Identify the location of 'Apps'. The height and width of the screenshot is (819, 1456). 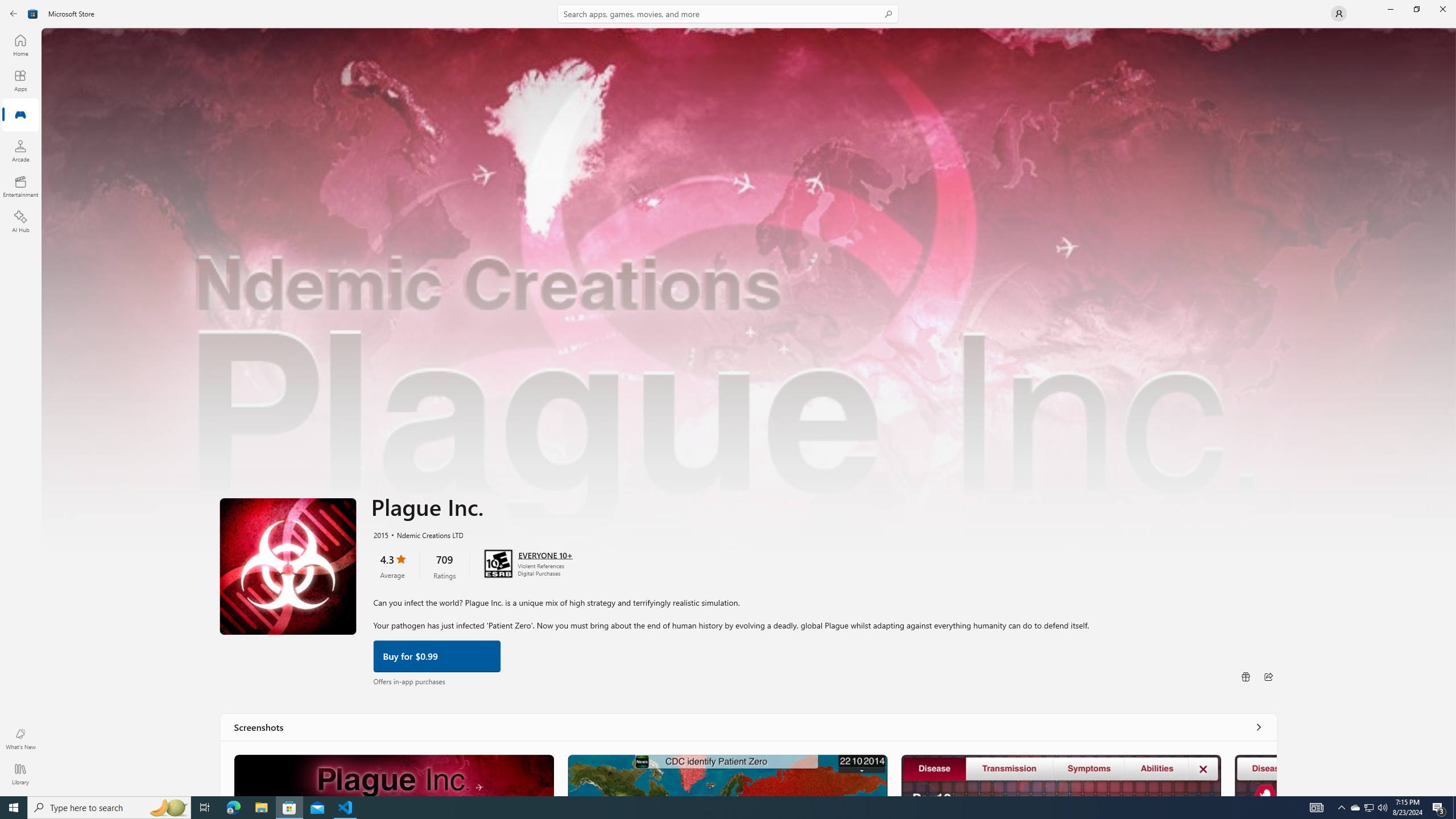
(19, 80).